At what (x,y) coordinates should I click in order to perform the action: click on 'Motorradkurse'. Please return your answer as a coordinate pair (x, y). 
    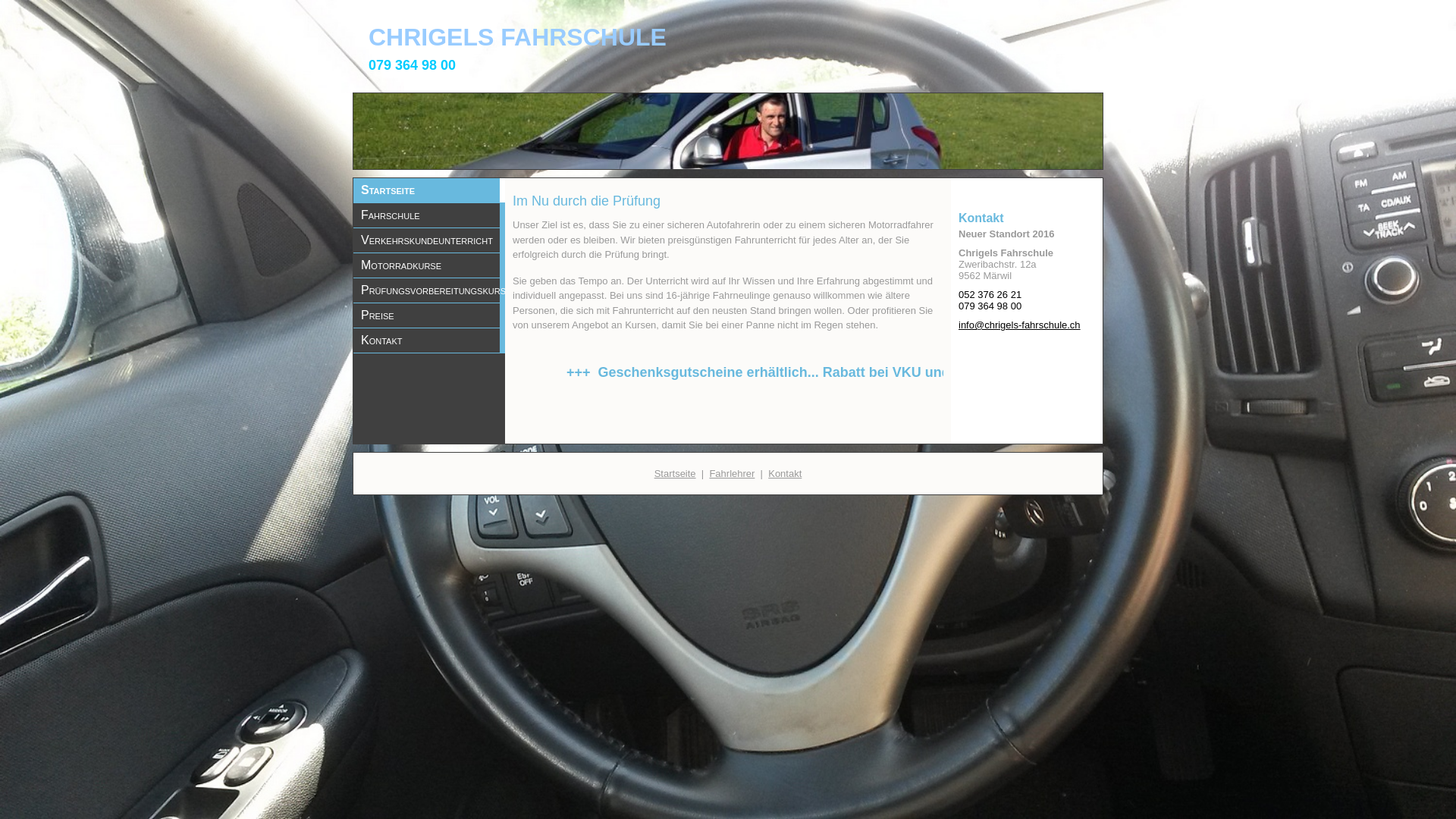
    Looking at the image, I should click on (428, 265).